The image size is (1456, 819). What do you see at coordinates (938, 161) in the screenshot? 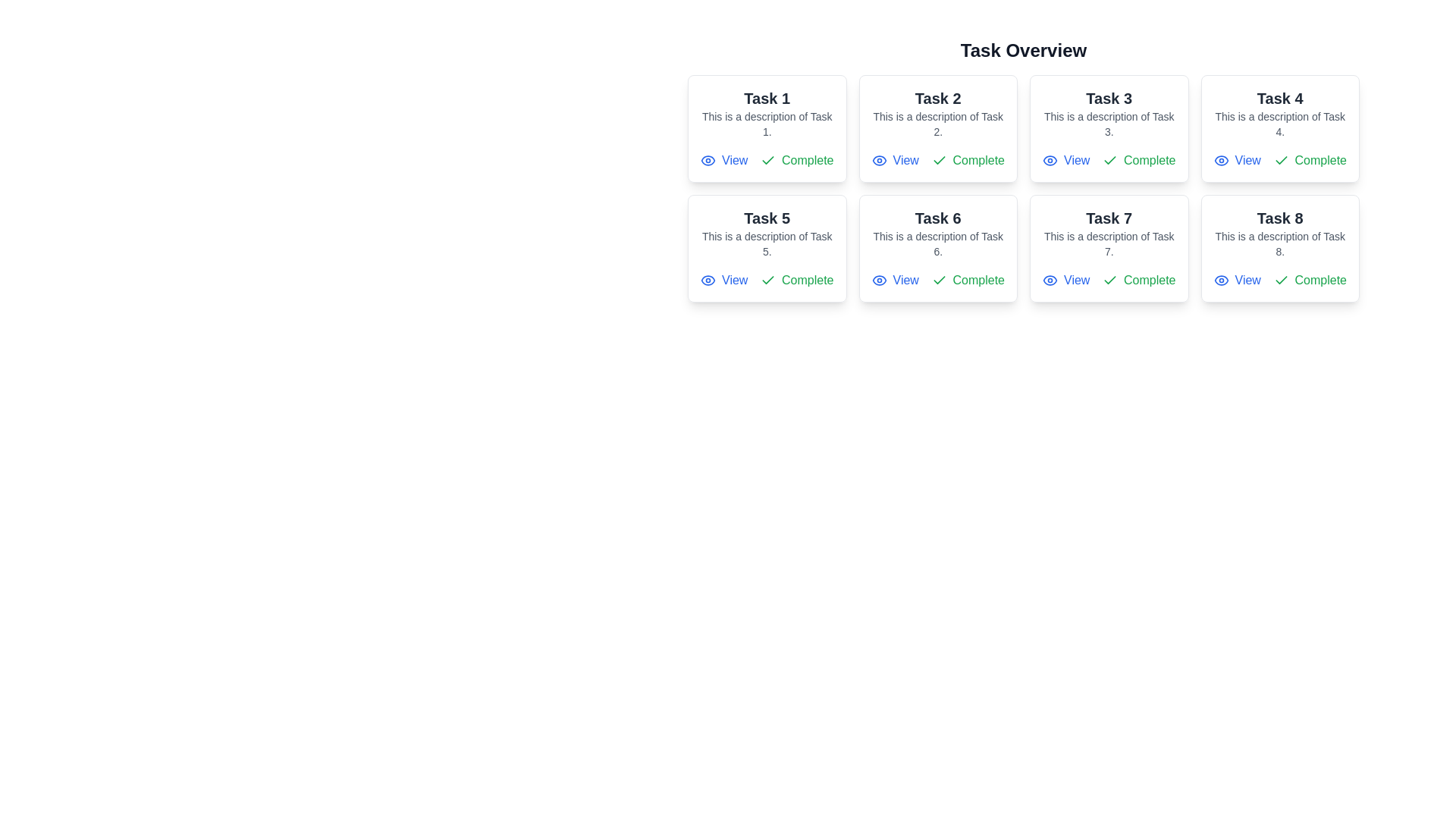
I see `the green checkmark icon representing the 'Complete' action located in the upper-right section of the second task card under 'Task 2'` at bounding box center [938, 161].